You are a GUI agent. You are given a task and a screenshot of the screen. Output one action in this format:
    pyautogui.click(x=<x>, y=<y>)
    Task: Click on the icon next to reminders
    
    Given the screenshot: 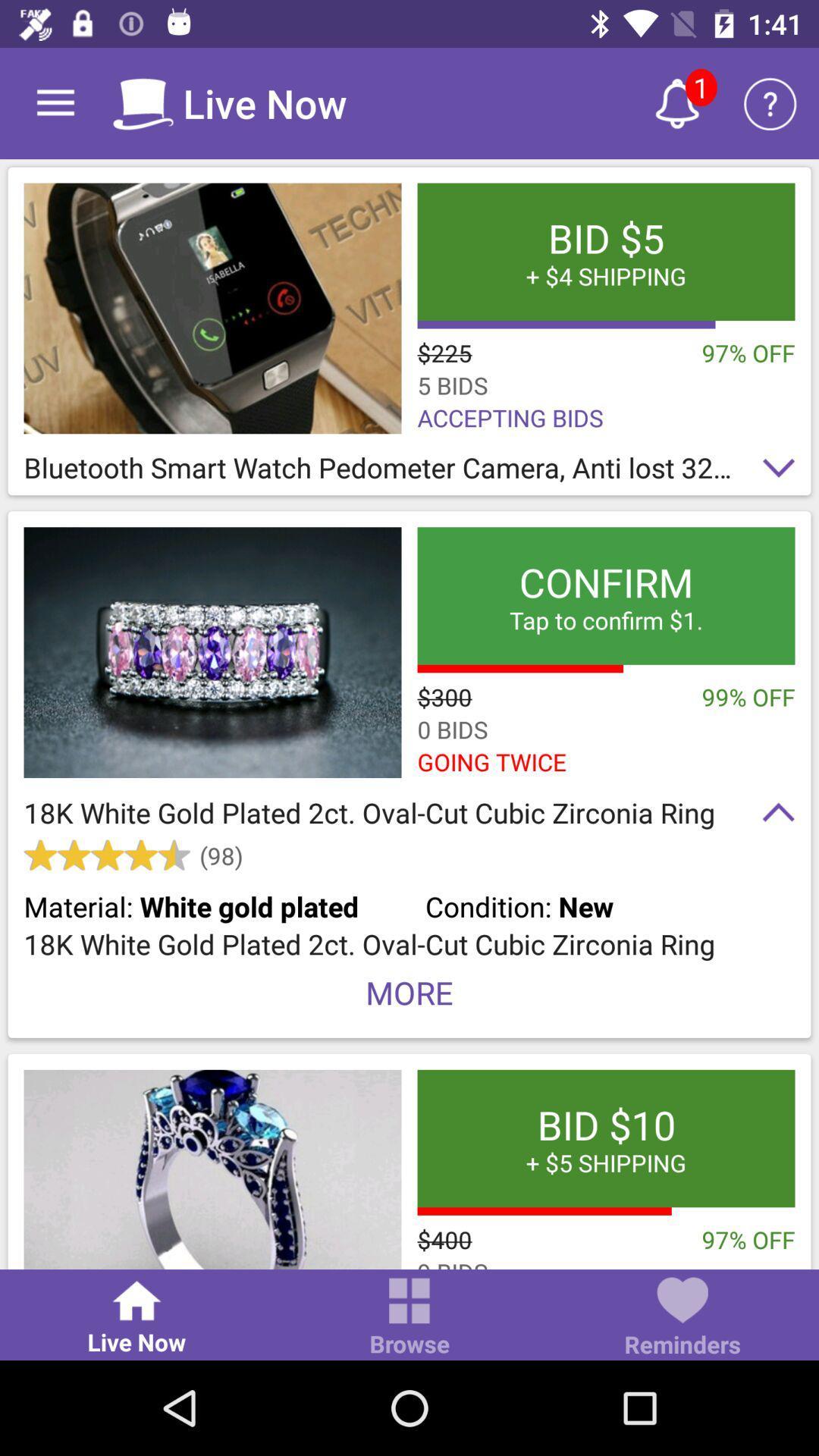 What is the action you would take?
    pyautogui.click(x=409, y=1317)
    